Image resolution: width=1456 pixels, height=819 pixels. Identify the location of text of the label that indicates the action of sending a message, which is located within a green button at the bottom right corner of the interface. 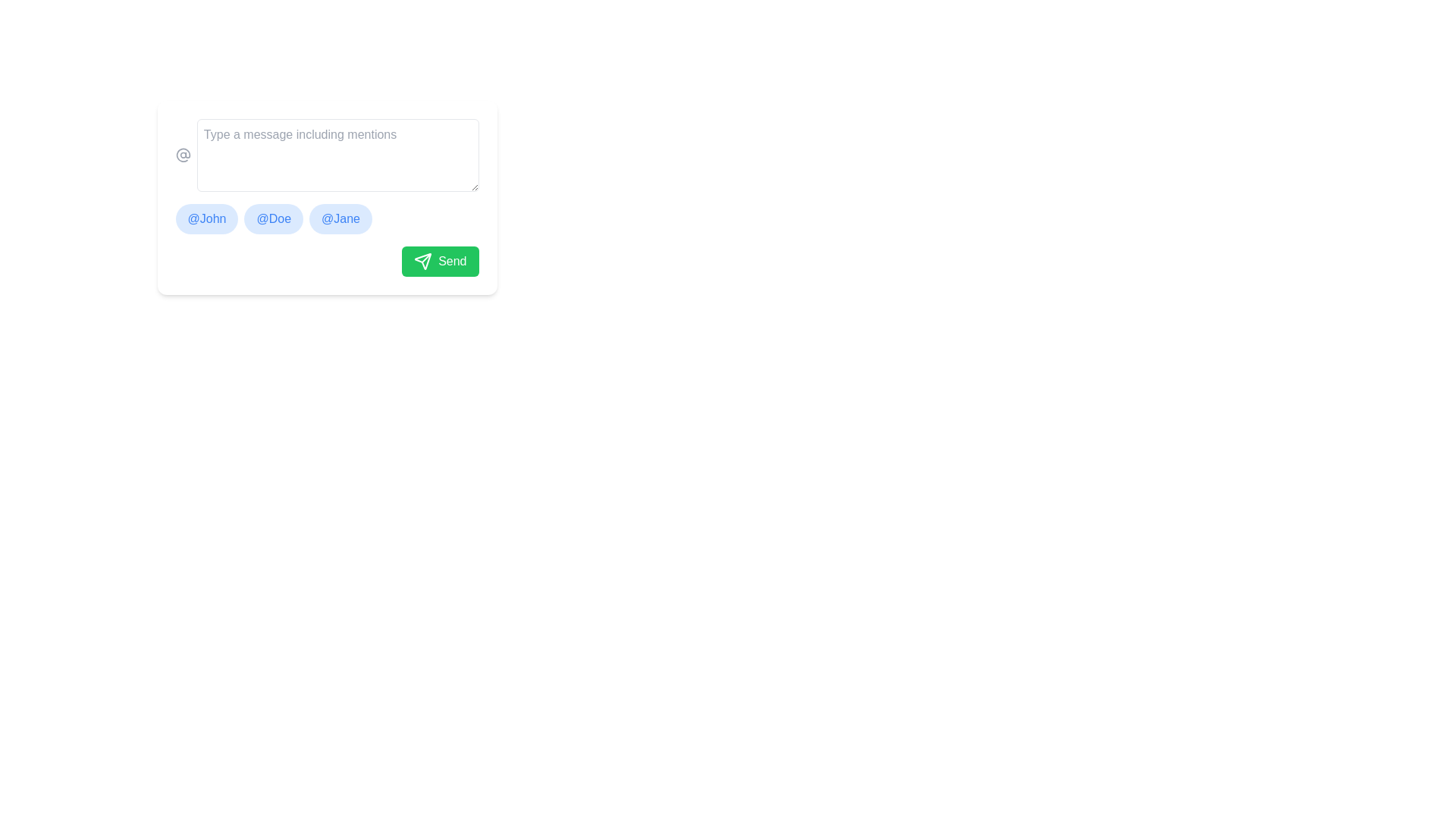
(451, 260).